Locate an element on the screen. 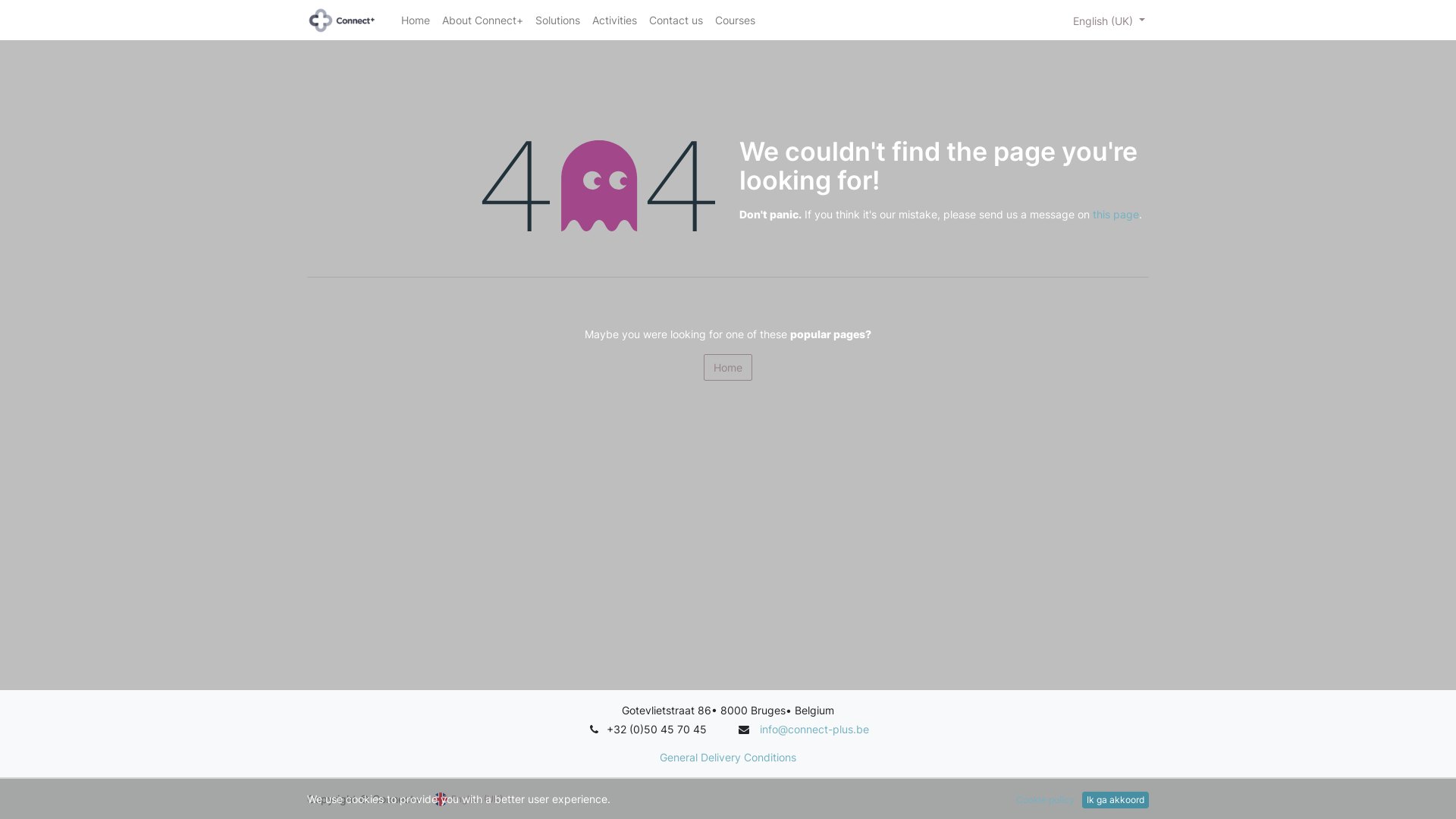 The image size is (1456, 819). 'English (UK)' is located at coordinates (428, 798).